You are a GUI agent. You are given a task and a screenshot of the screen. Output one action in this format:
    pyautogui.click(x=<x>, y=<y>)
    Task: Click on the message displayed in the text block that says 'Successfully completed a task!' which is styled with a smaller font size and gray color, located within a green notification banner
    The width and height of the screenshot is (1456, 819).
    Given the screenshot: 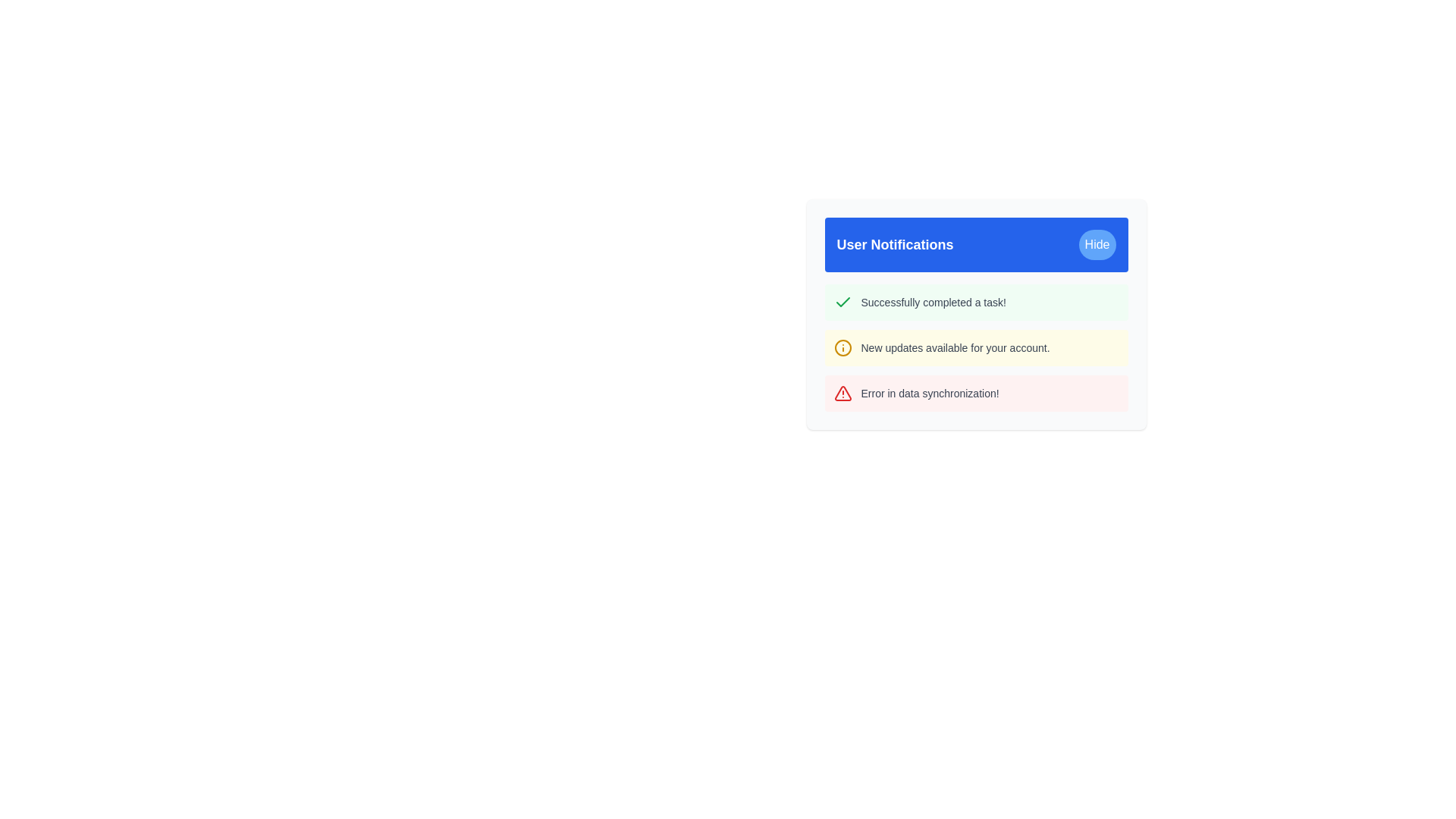 What is the action you would take?
    pyautogui.click(x=933, y=302)
    